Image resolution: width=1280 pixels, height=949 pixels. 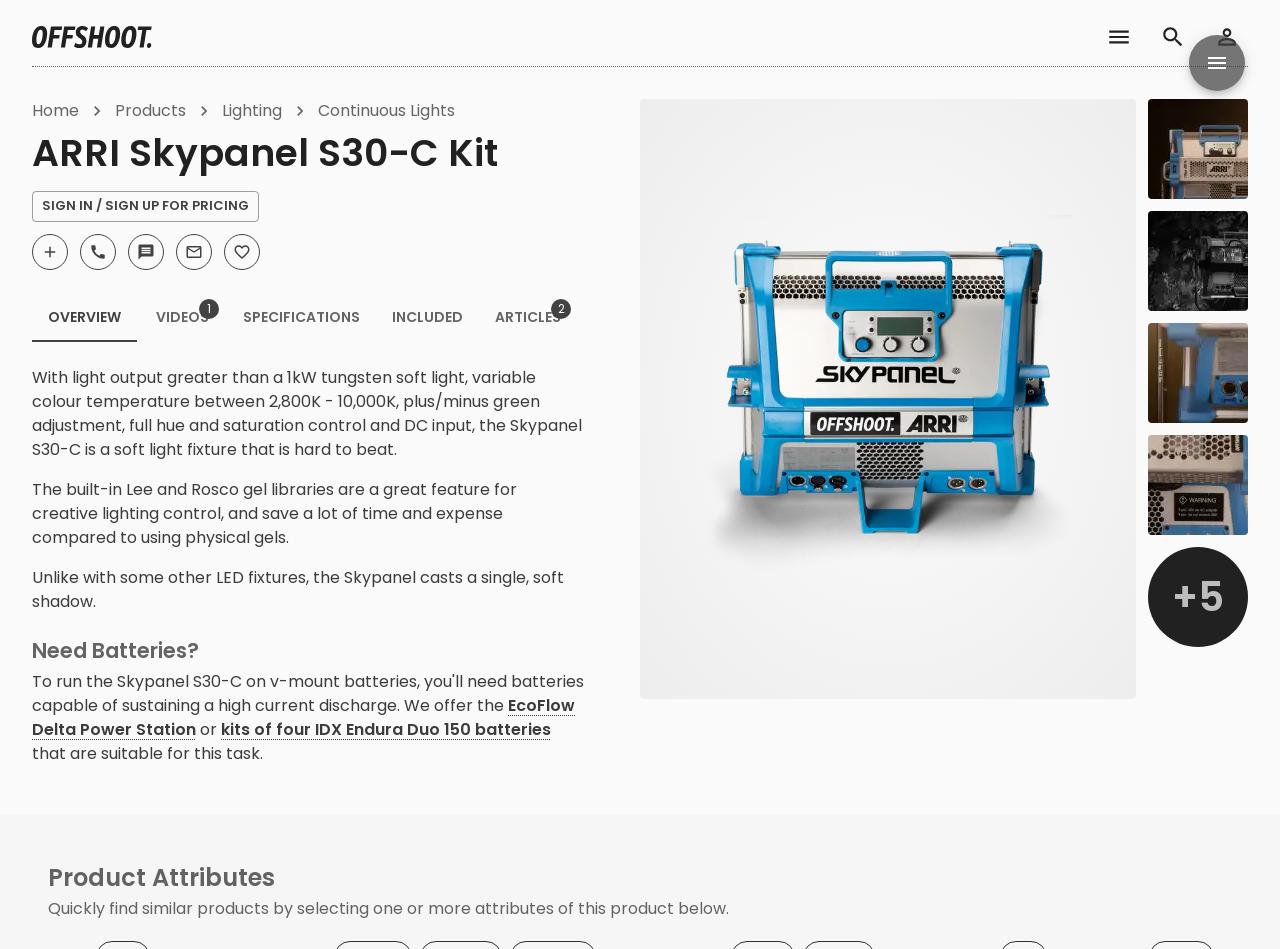 What do you see at coordinates (114, 649) in the screenshot?
I see `'Need Batteries?'` at bounding box center [114, 649].